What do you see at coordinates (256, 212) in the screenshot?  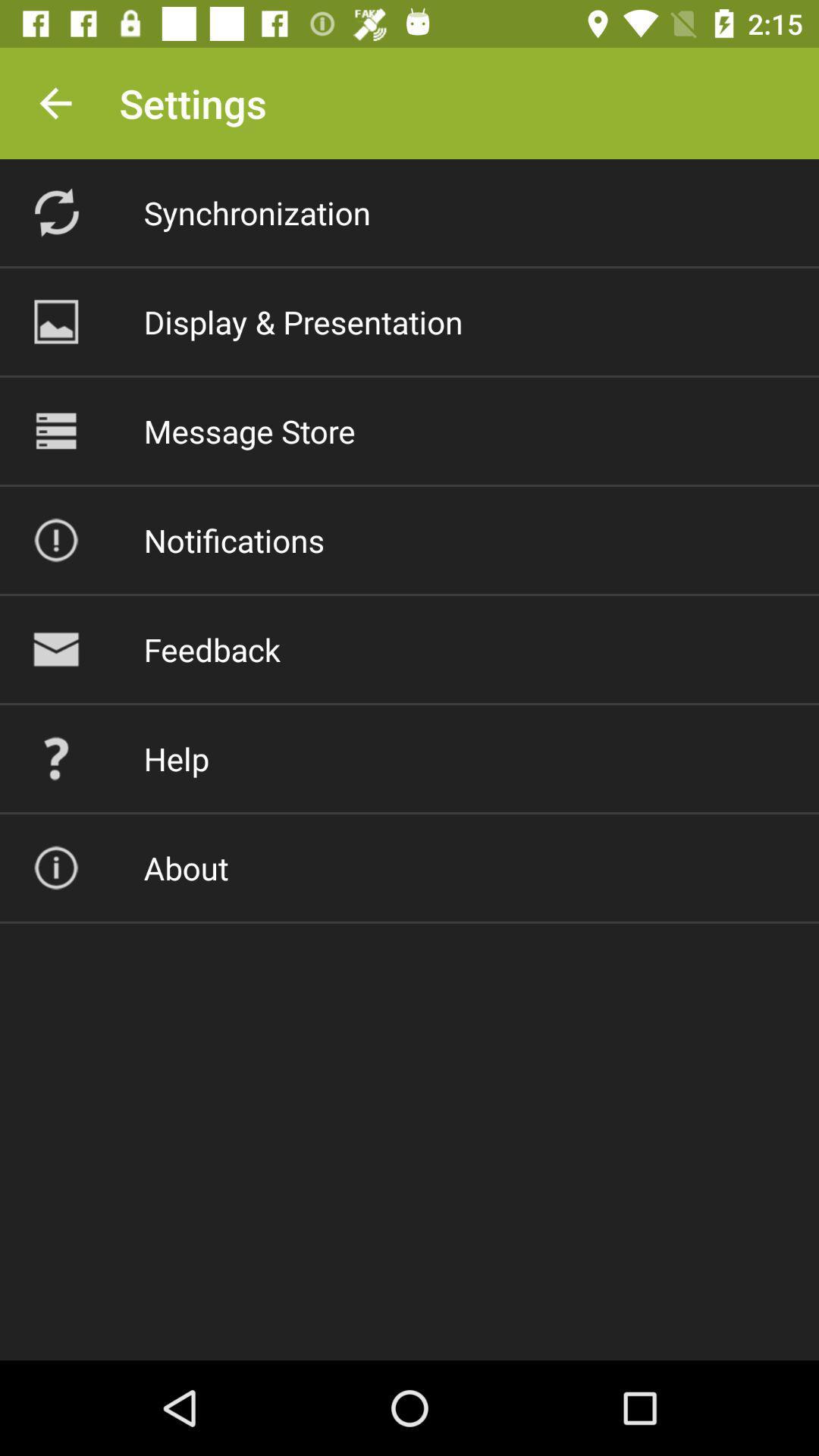 I see `the synchronization` at bounding box center [256, 212].